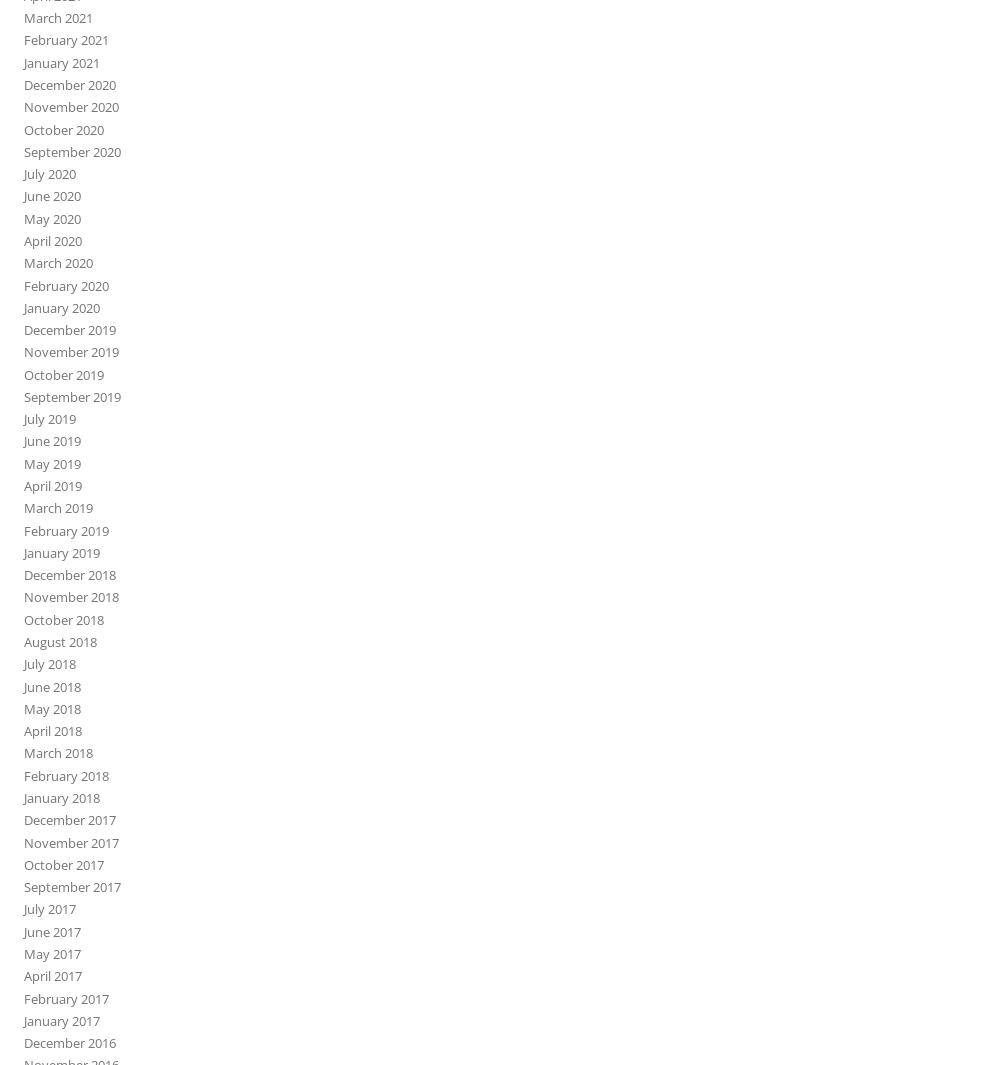  What do you see at coordinates (69, 329) in the screenshot?
I see `'December 2019'` at bounding box center [69, 329].